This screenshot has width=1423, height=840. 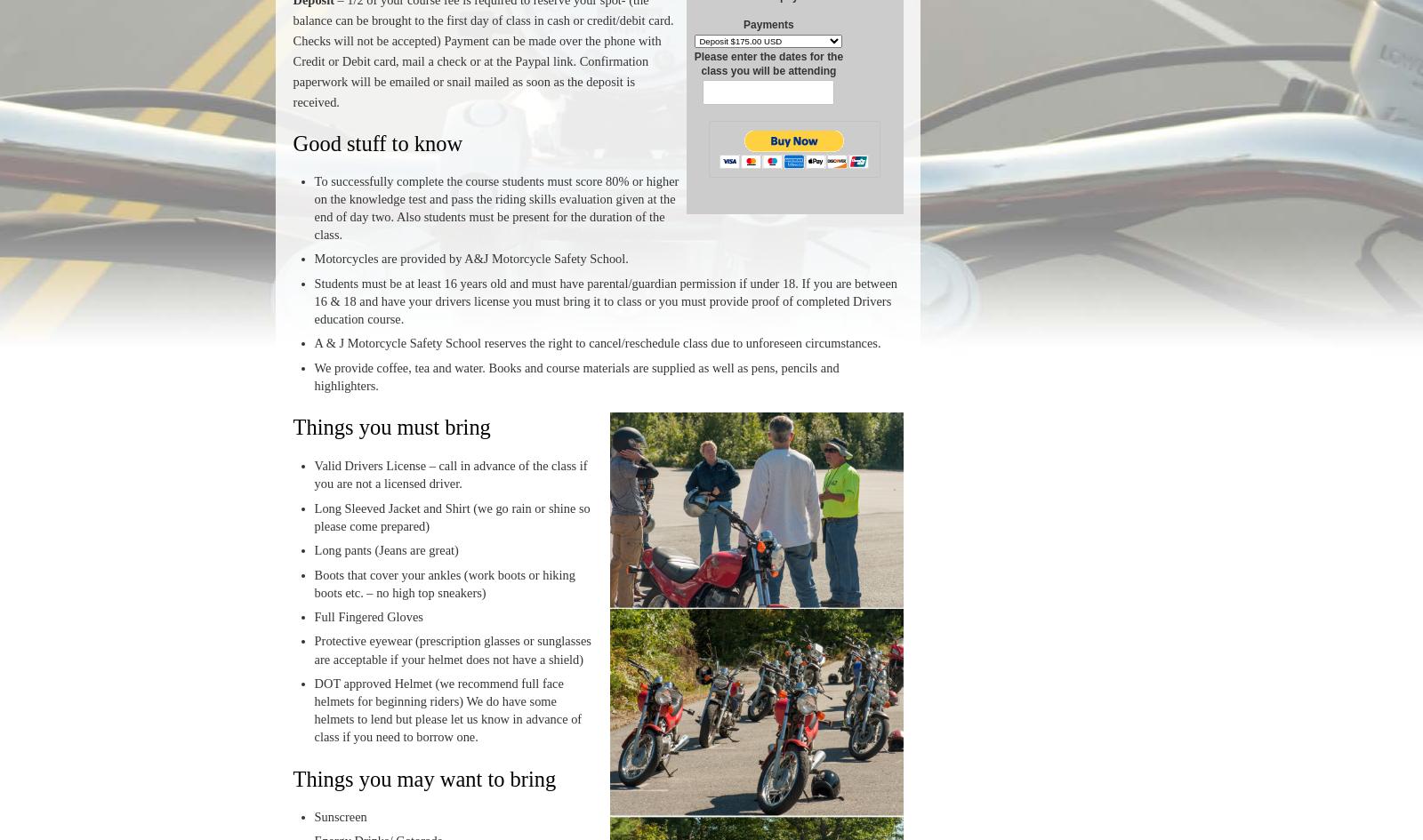 I want to click on 'We provide coffee, tea and water. Books and course materials are supplied as well as pens, pencils and highlighters.', so click(x=576, y=375).